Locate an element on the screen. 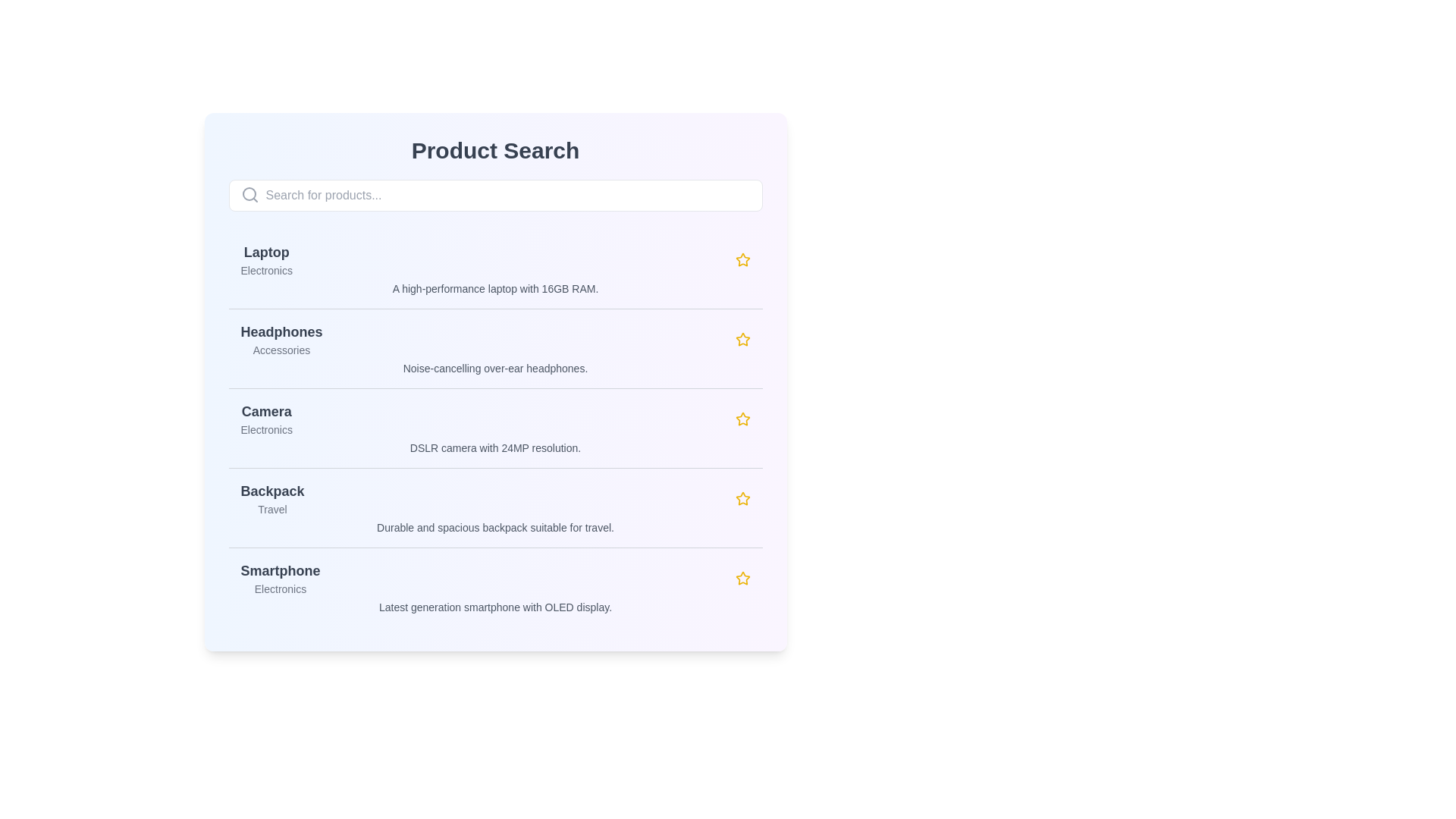 The width and height of the screenshot is (1456, 819). the Text Label that provides contextual information for the 'Laptop' item, located beneath the main text 'Laptop' and aligned to the left is located at coordinates (266, 270).